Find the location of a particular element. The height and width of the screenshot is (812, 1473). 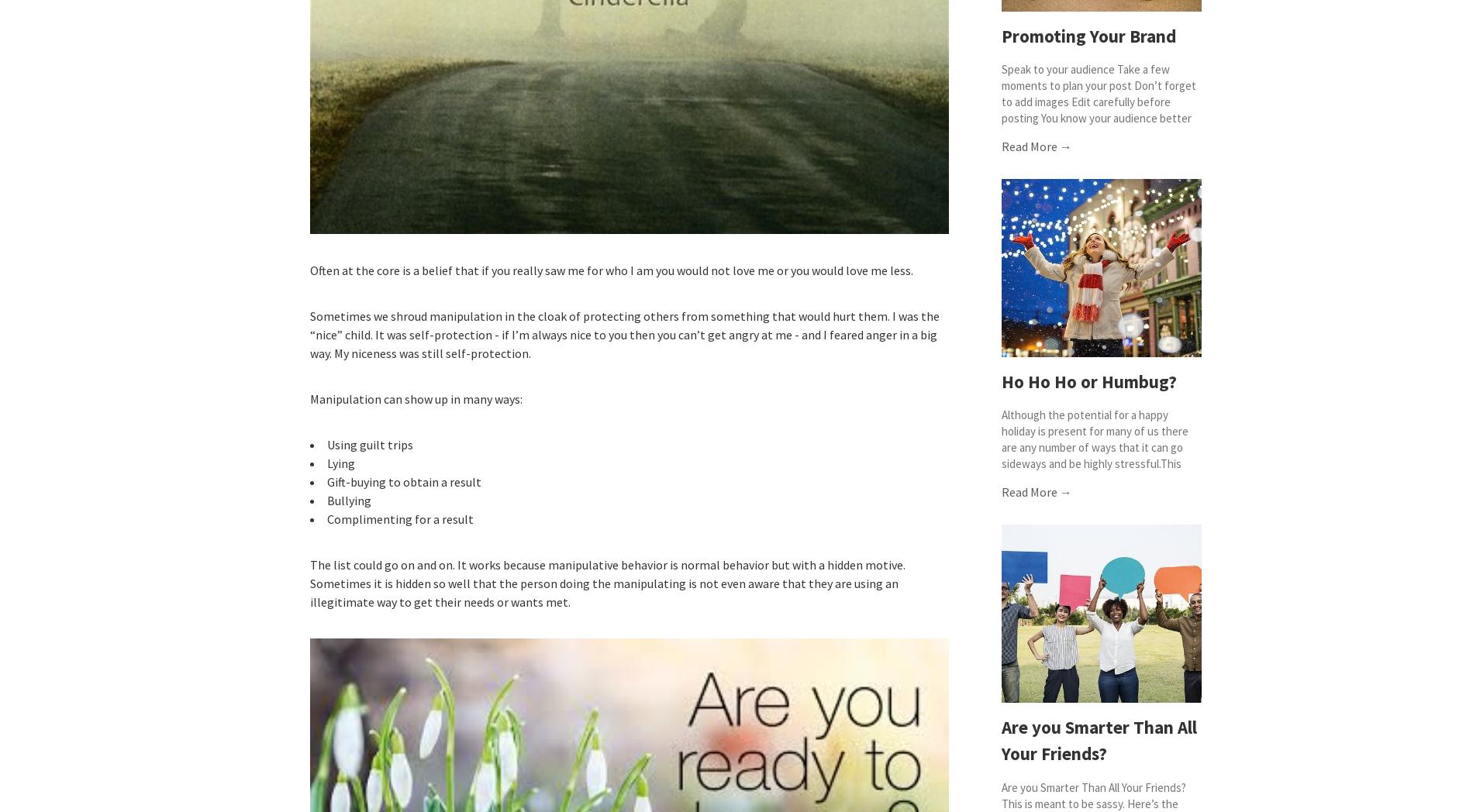

'Are you Smarter Than All Your Friends?' is located at coordinates (1098, 740).